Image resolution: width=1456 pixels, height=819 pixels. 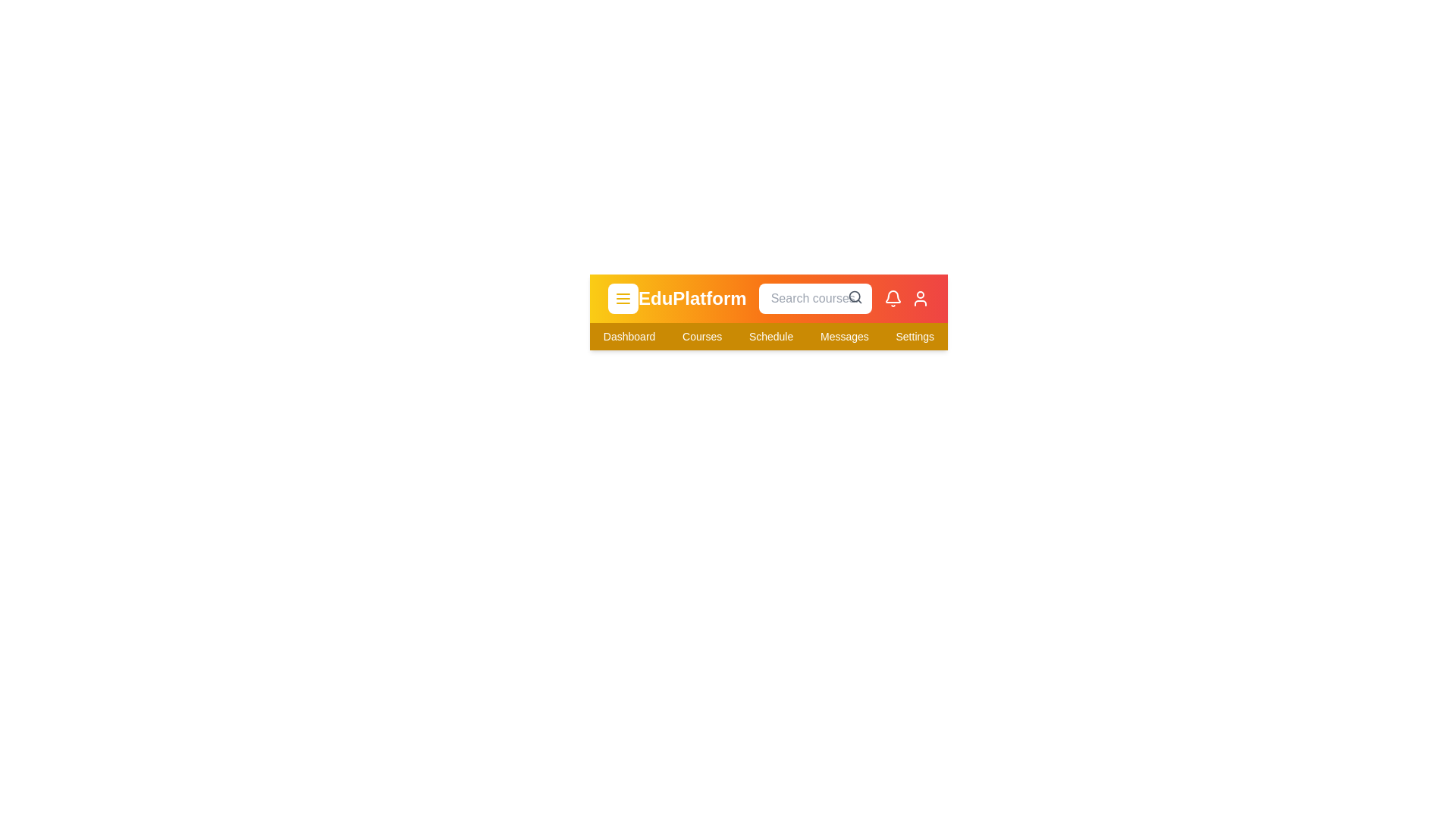 I want to click on the navigation item Dashboard, so click(x=629, y=335).